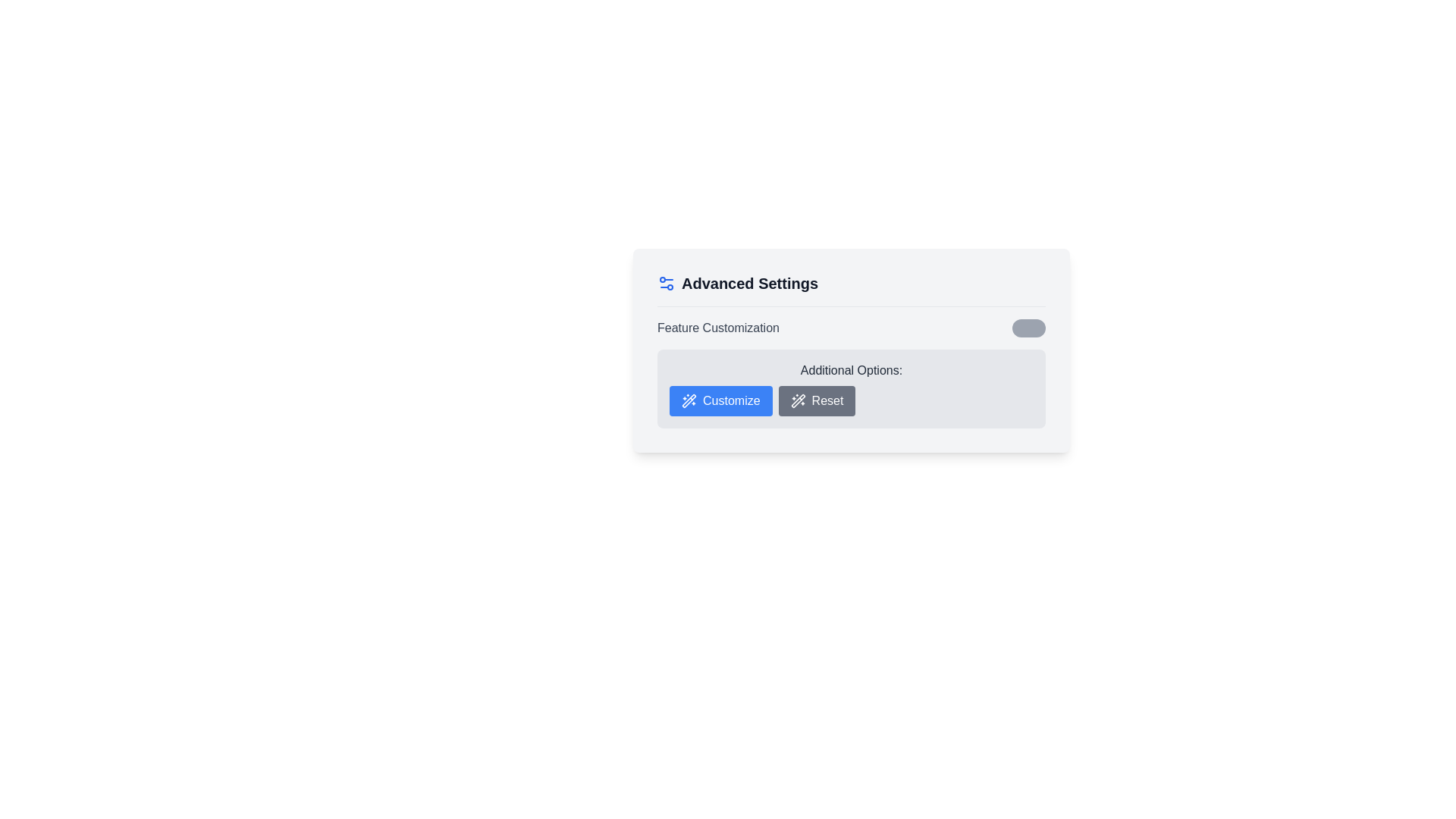 The height and width of the screenshot is (819, 1456). I want to click on the decorative wand icon with sparkles located to the left of the 'Advanced Settings' text in the top-left of the card header, so click(797, 400).